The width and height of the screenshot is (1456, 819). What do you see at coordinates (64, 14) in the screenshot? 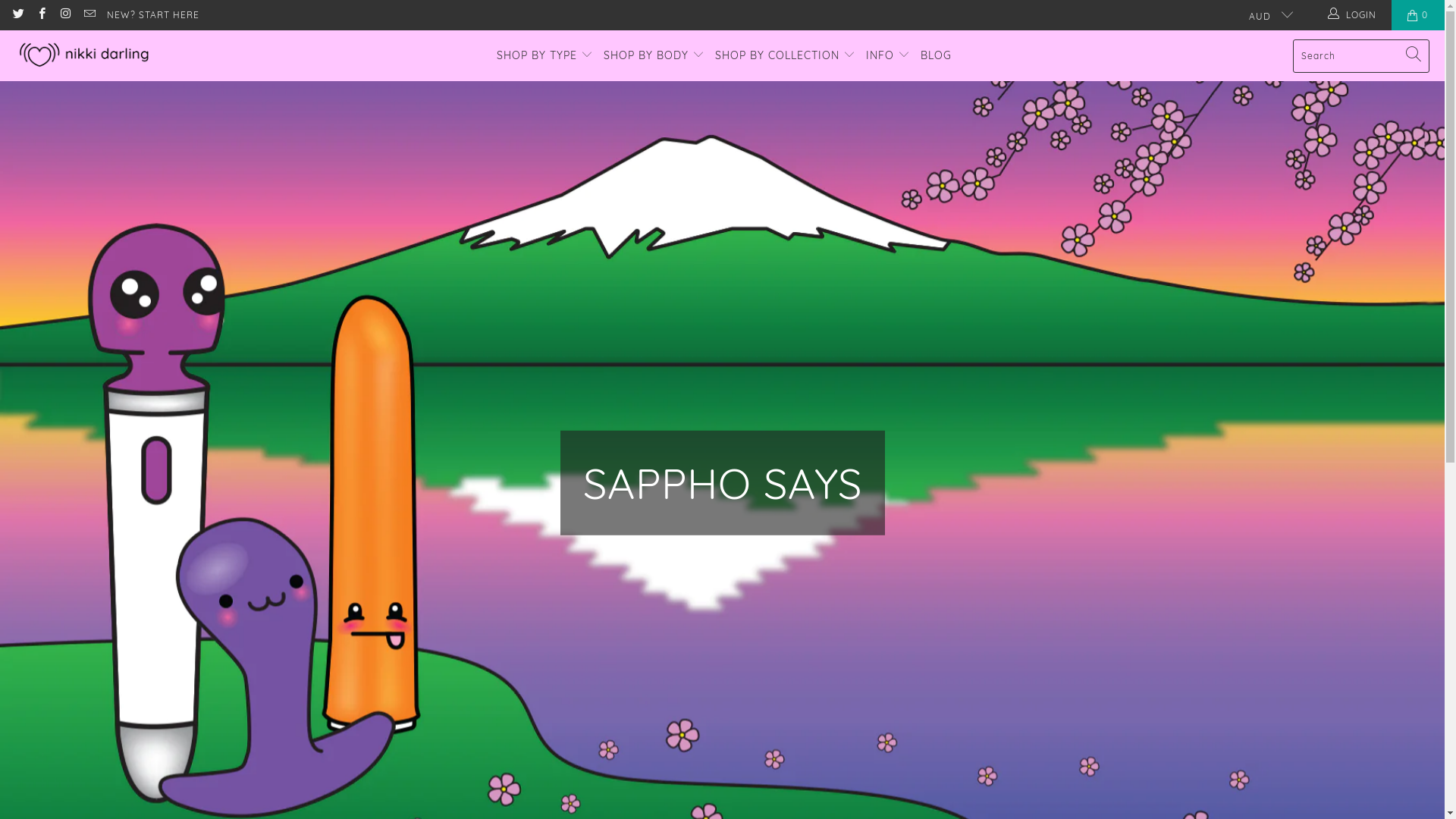
I see `'Nikki Darling on Instagram'` at bounding box center [64, 14].